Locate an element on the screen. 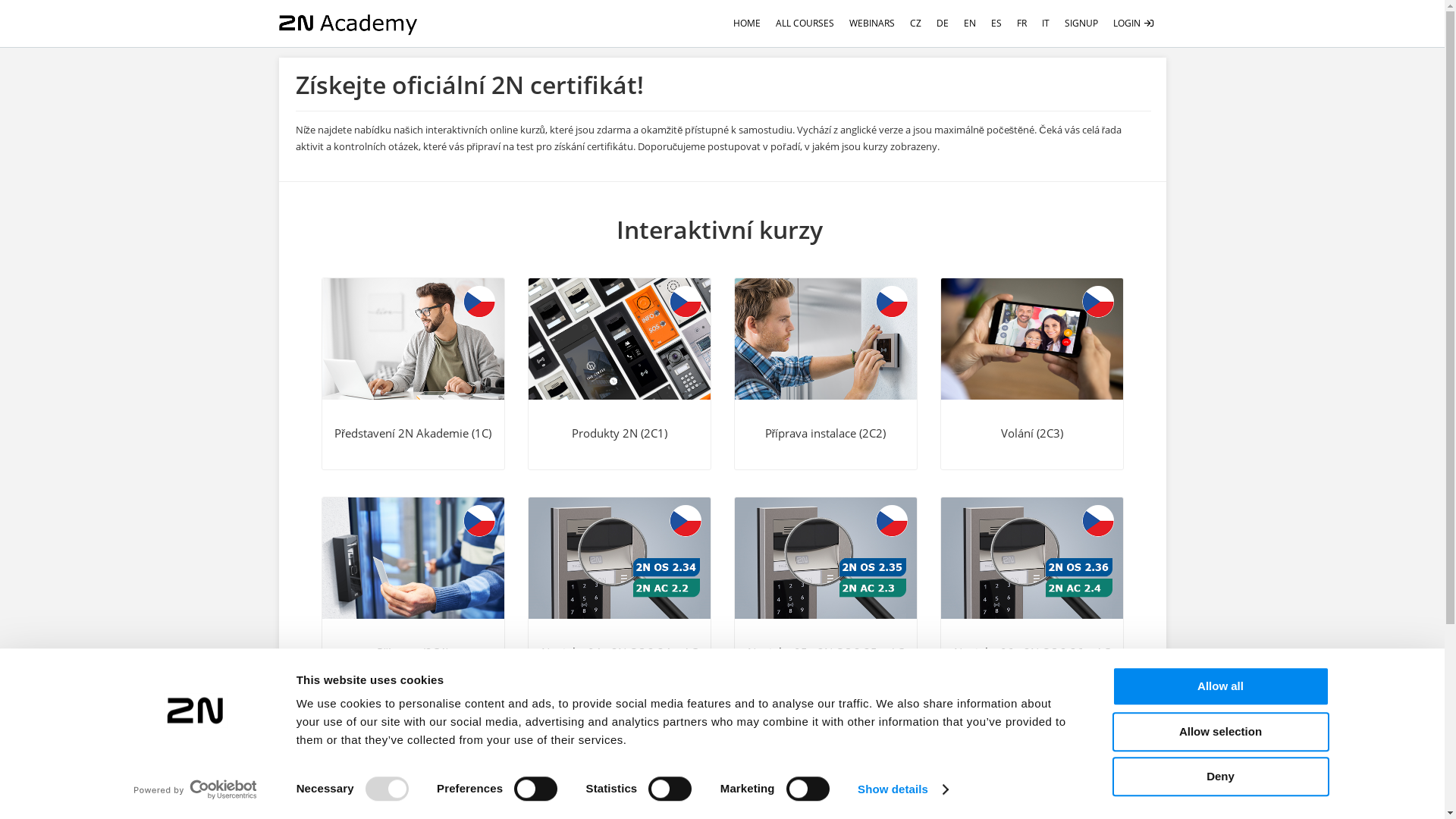 The image size is (1456, 819). 'ALL COURSES' is located at coordinates (804, 23).